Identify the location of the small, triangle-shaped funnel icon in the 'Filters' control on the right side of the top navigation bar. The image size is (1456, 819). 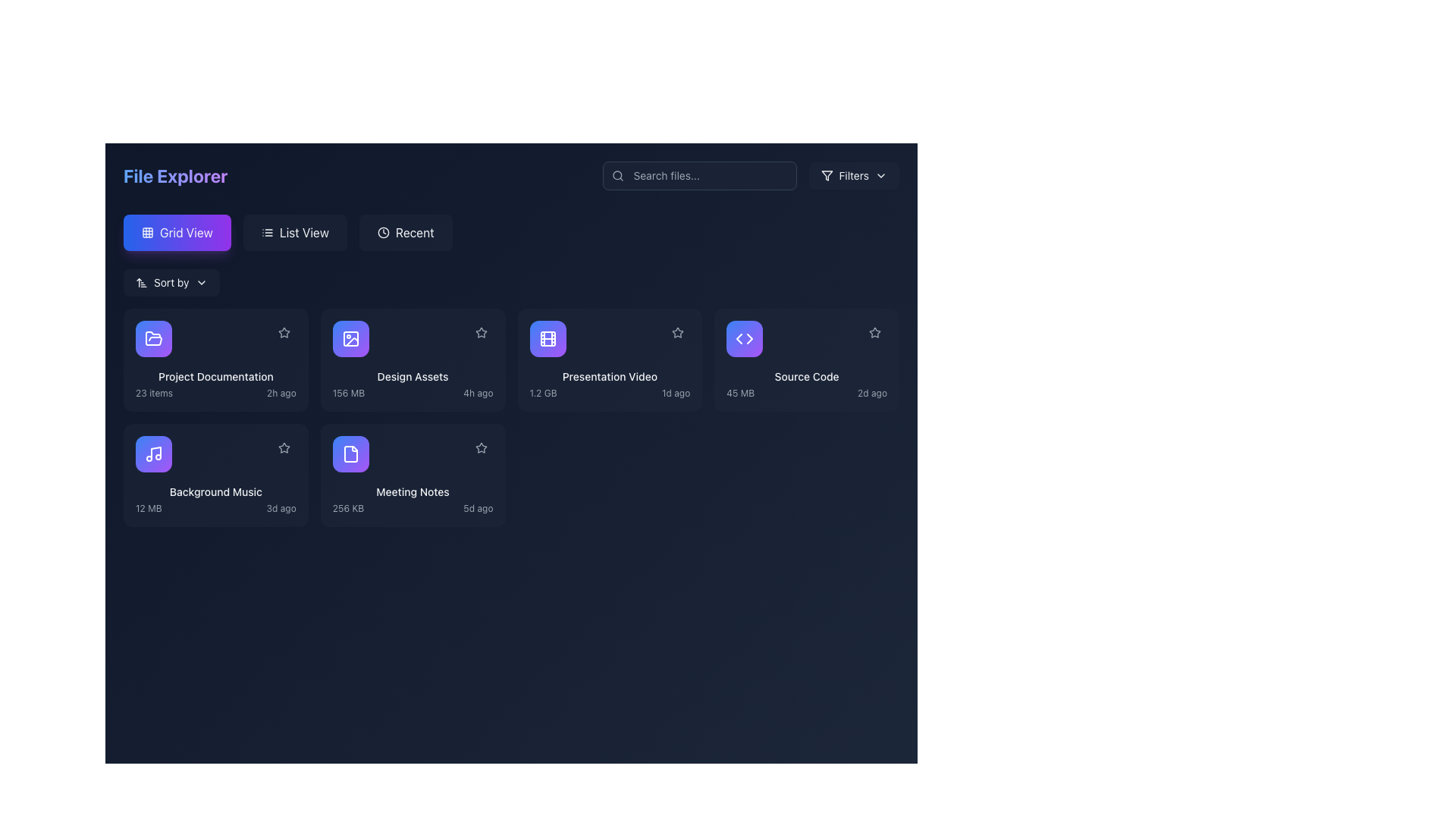
(826, 174).